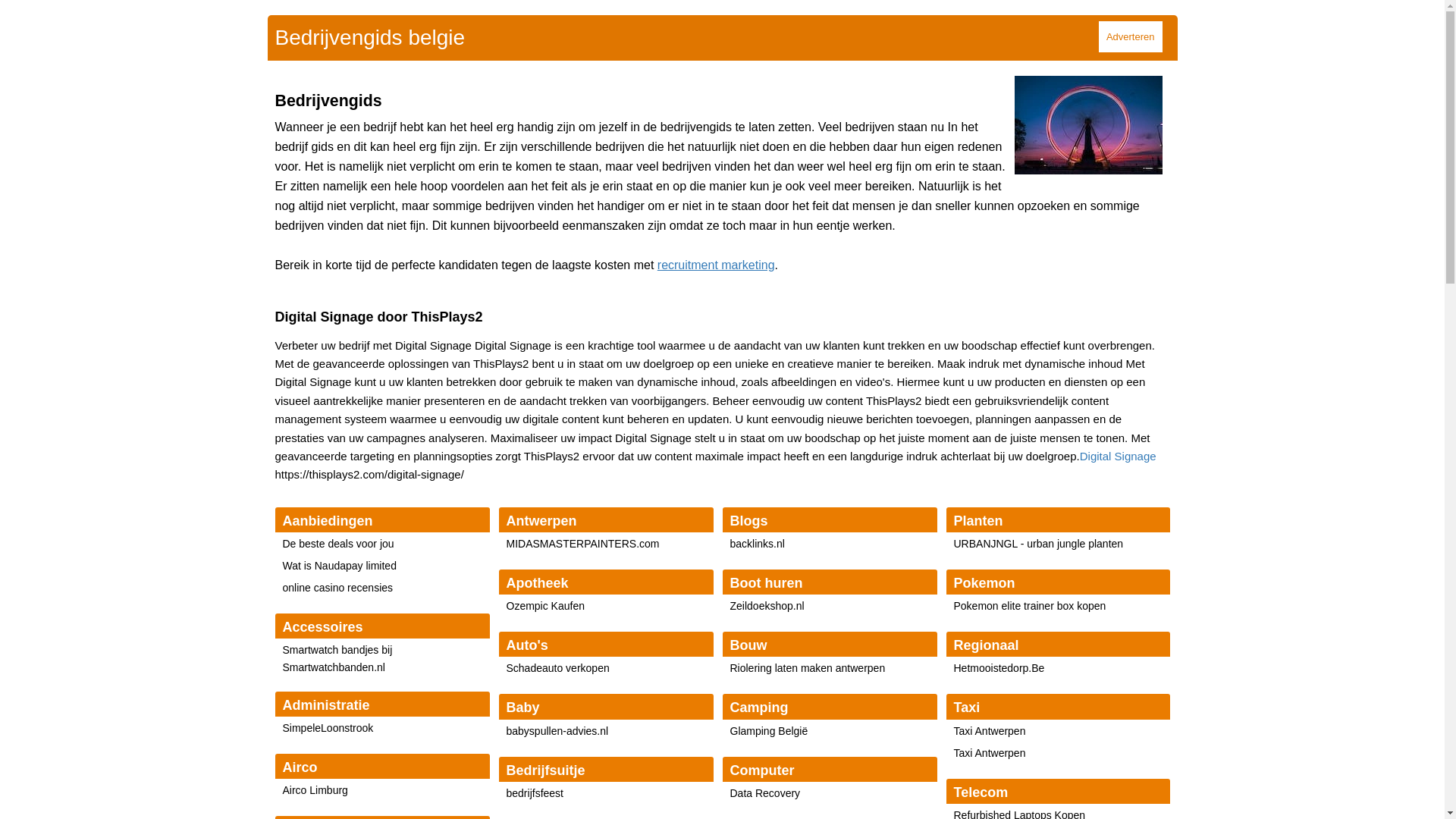 The image size is (1456, 819). I want to click on 'babyspullen-advies.nl', so click(557, 730).